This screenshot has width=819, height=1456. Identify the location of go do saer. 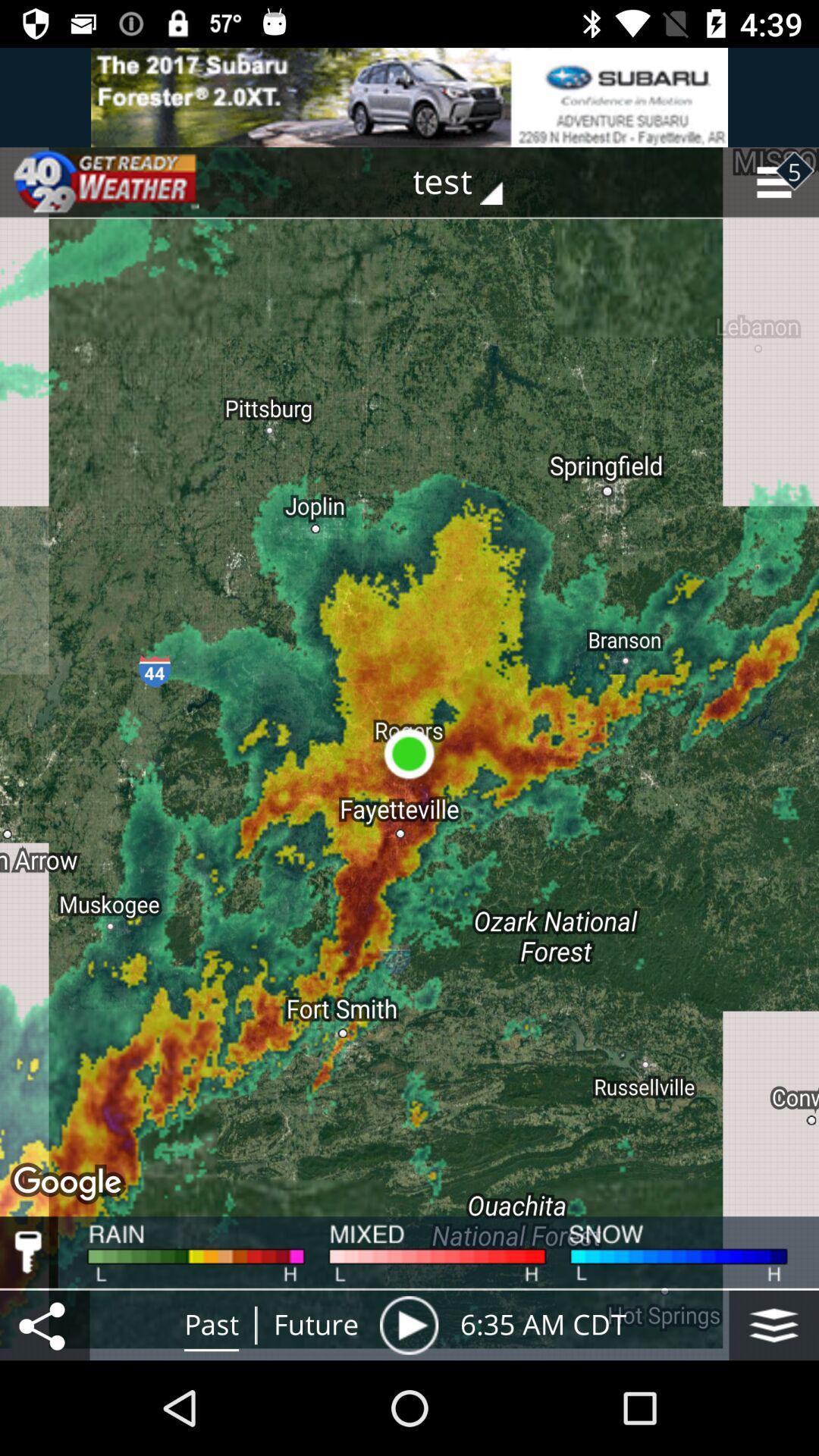
(44, 1324).